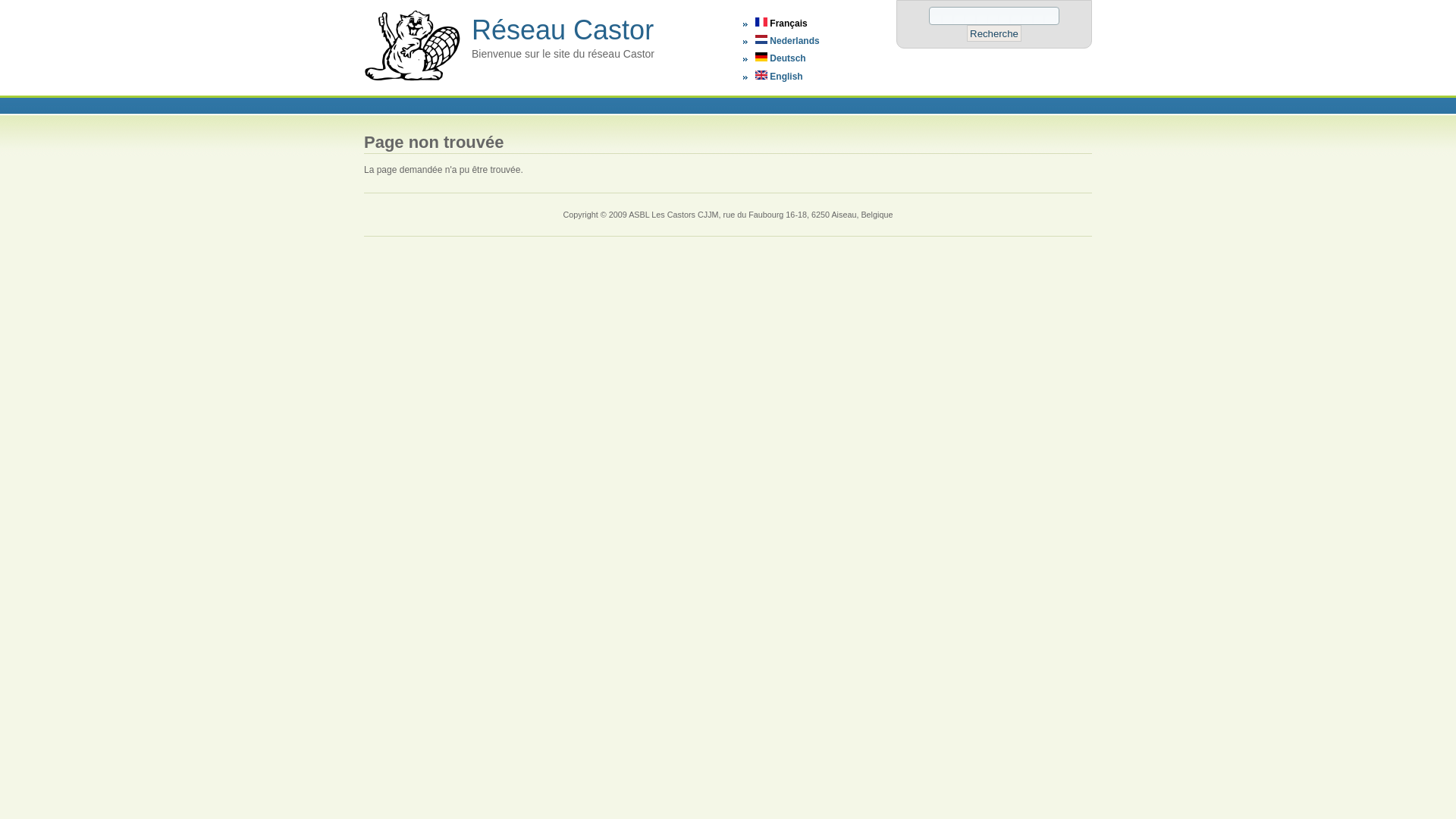  Describe the element at coordinates (761, 55) in the screenshot. I see `'Deutsch'` at that location.